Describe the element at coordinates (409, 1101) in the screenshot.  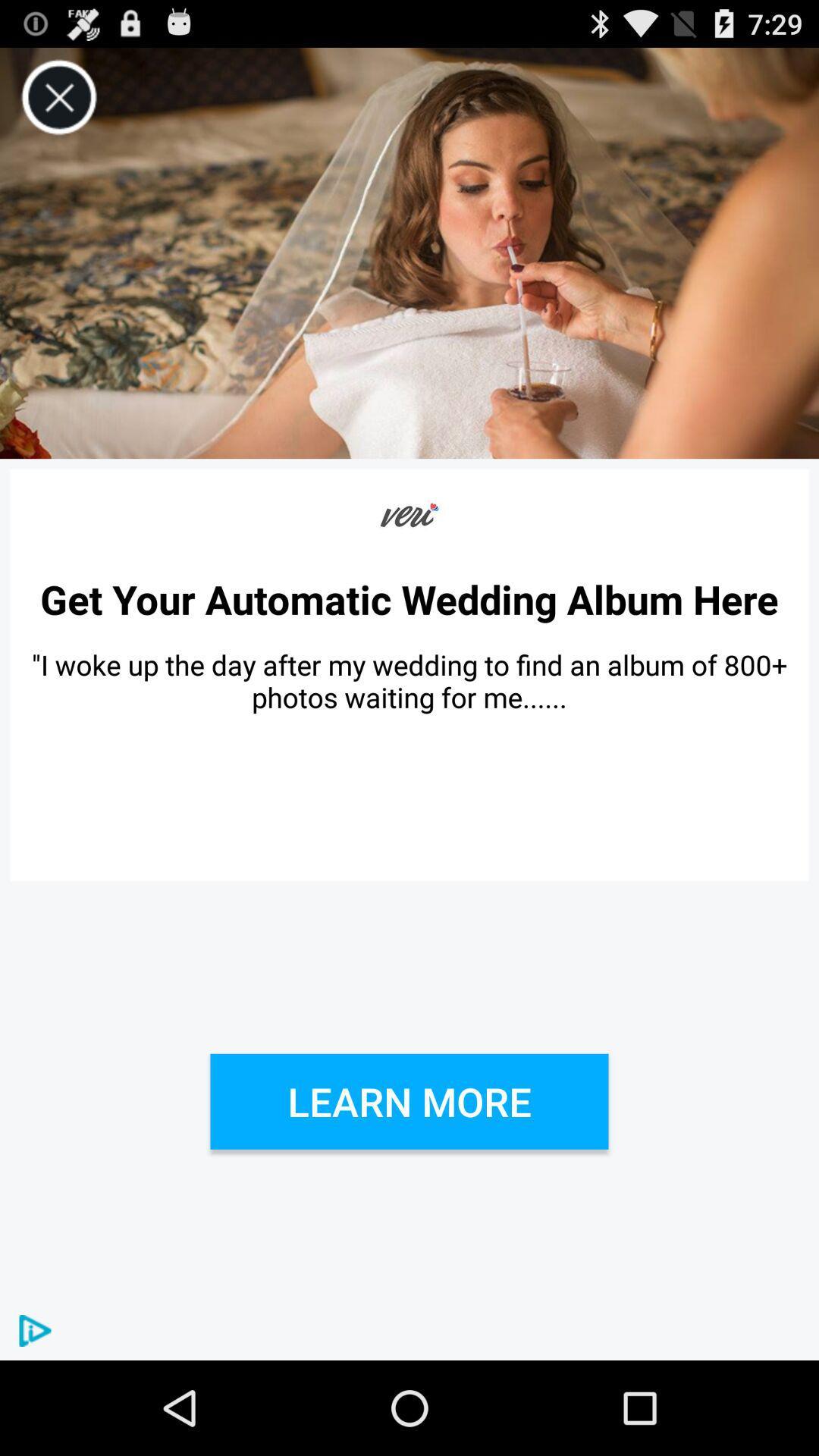
I see `learn more item` at that location.